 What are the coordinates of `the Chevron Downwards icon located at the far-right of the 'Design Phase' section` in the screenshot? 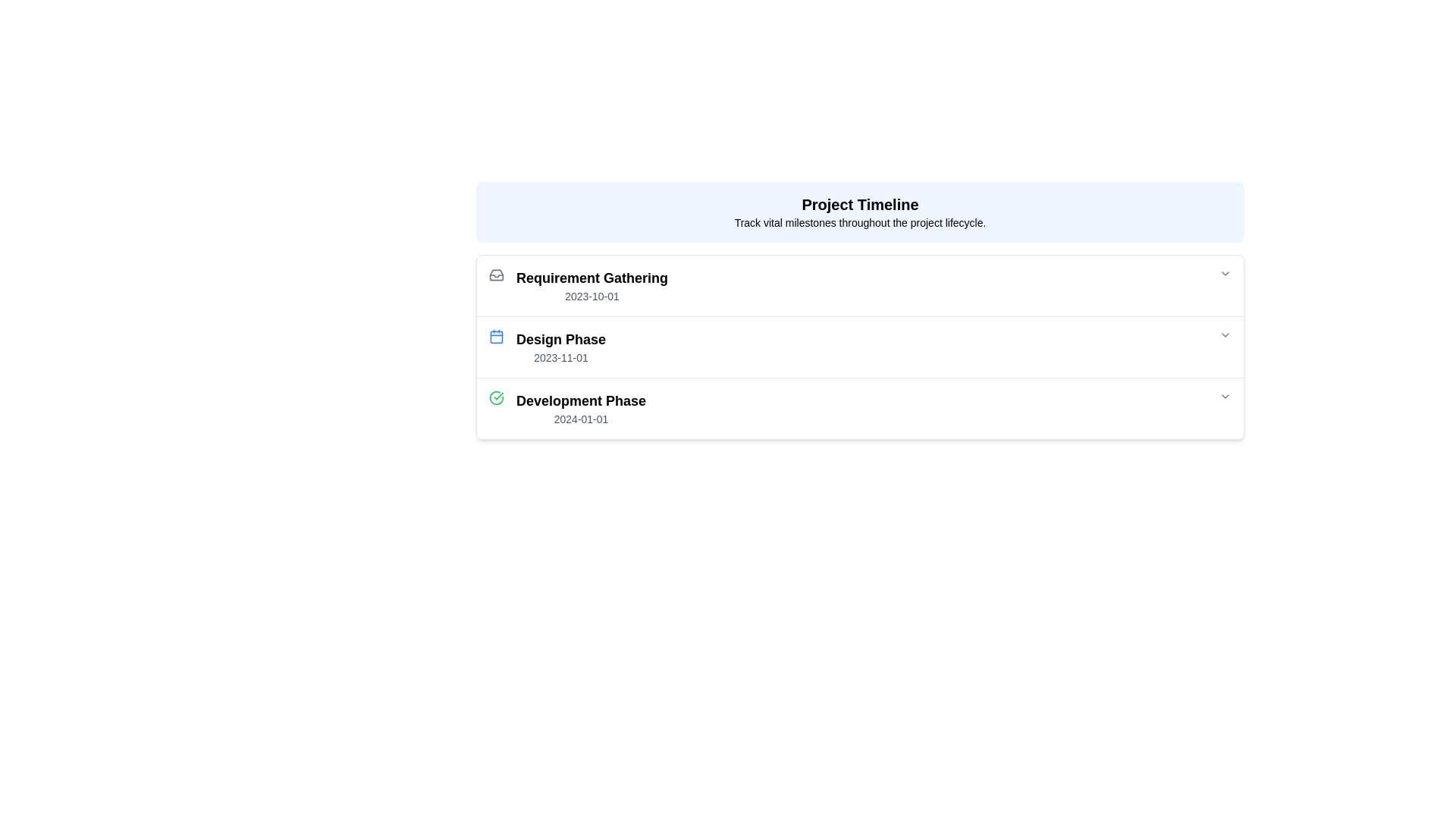 It's located at (1225, 334).